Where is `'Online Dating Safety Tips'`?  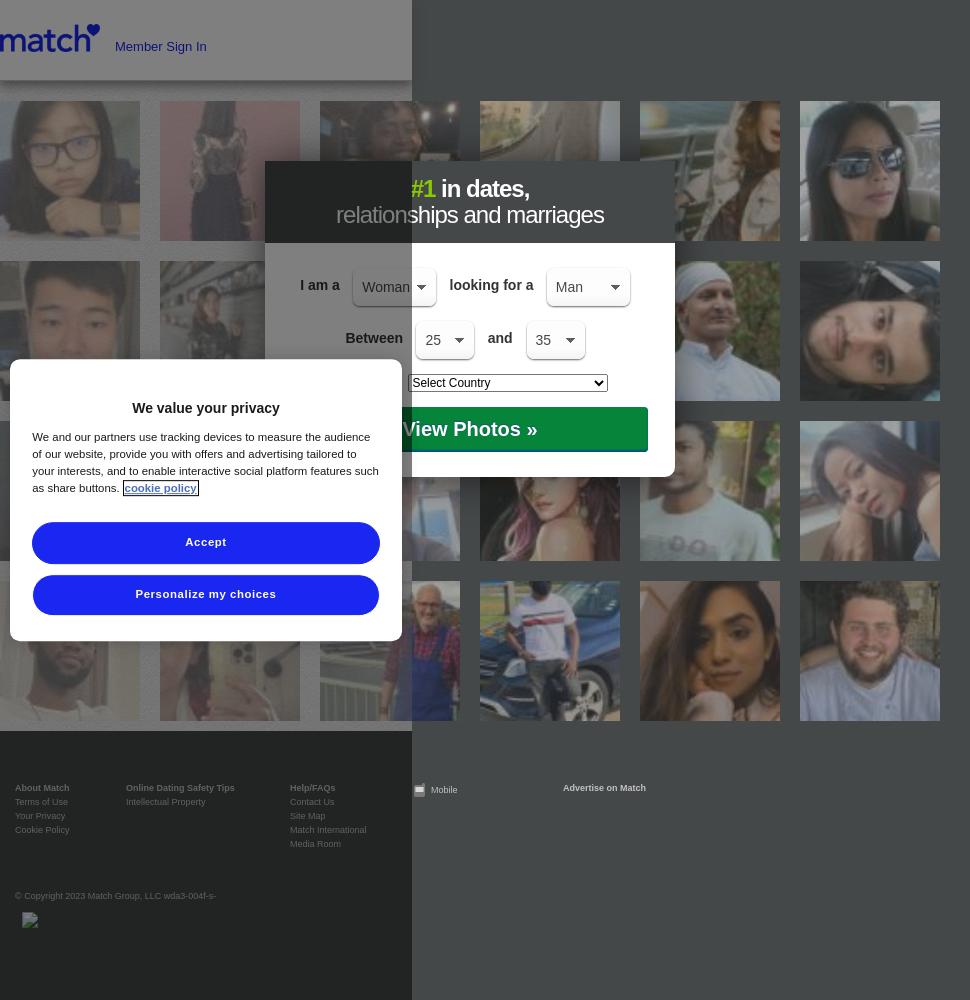 'Online Dating Safety Tips' is located at coordinates (179, 788).